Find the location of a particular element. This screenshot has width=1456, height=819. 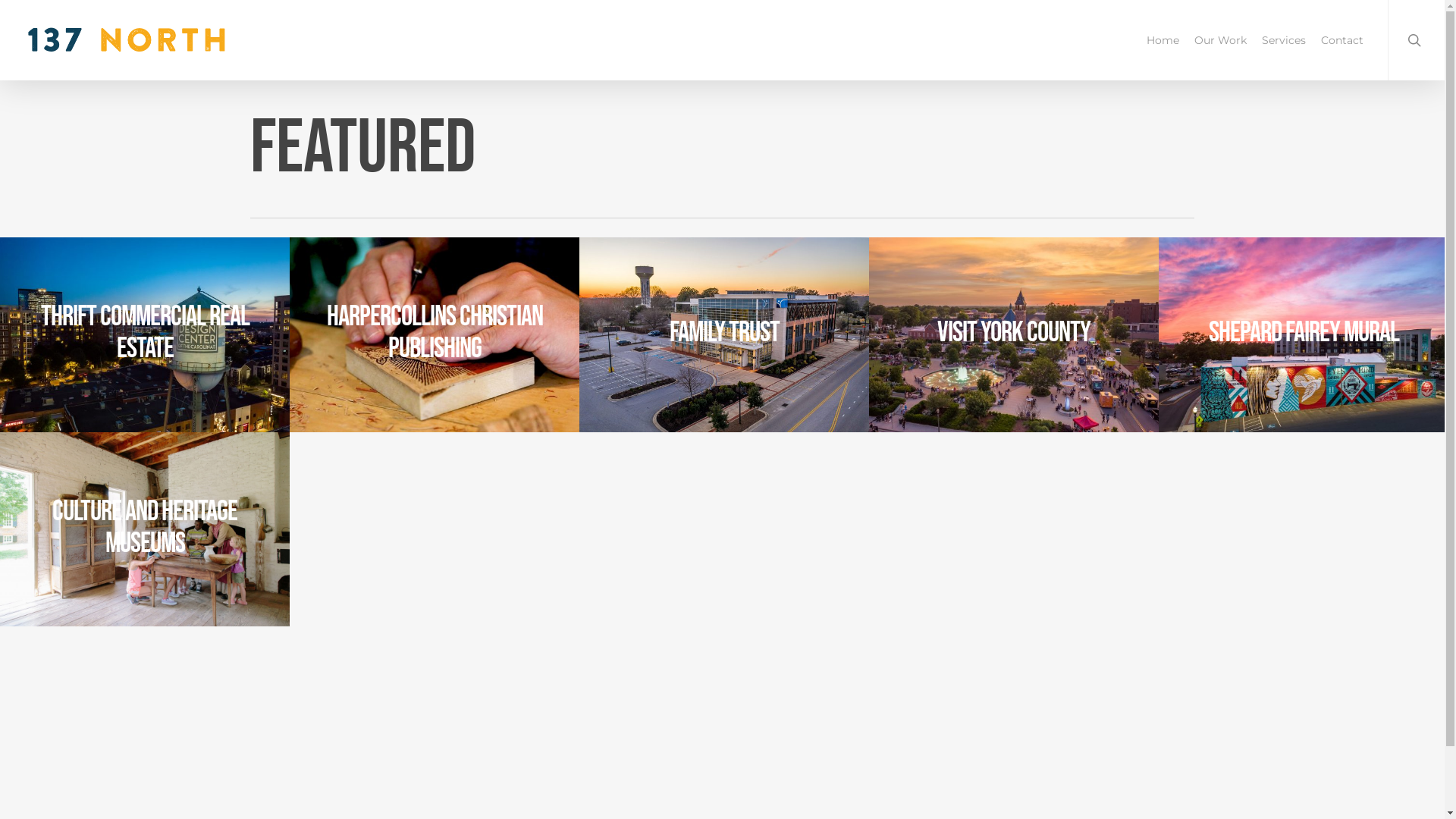

'search' is located at coordinates (1415, 39).